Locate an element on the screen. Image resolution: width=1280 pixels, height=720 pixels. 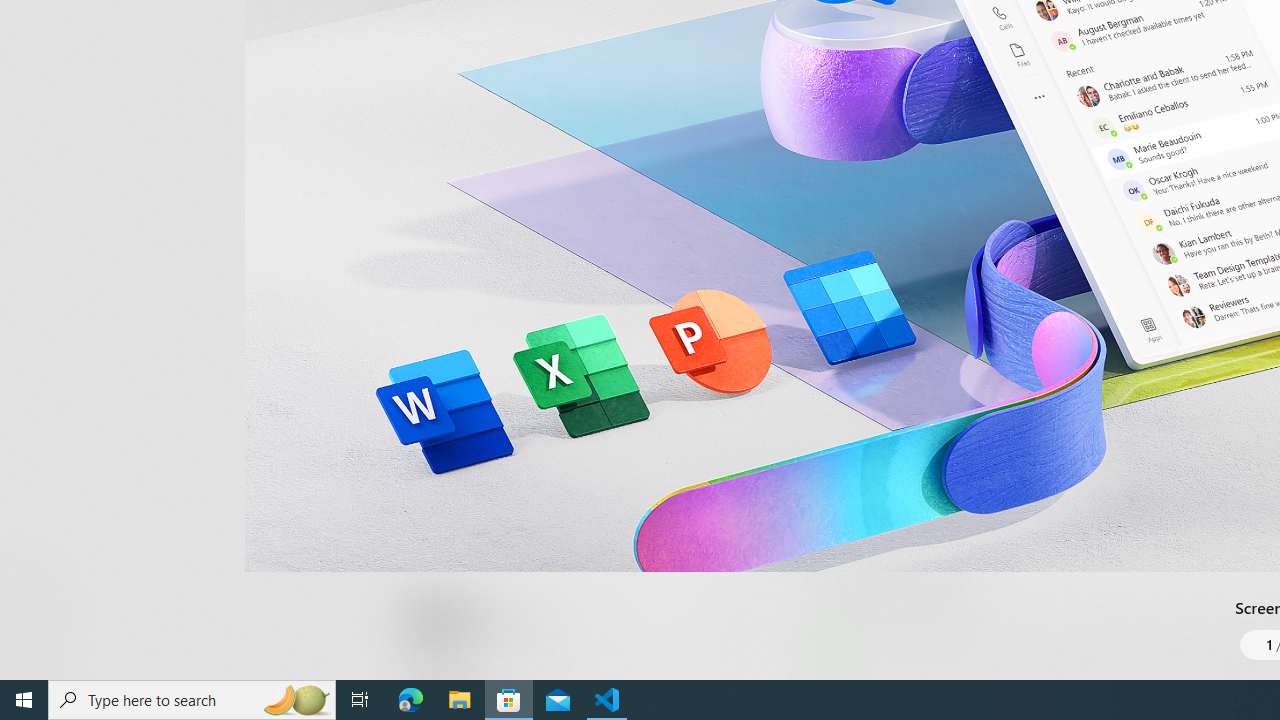
'Show all ratings and reviews' is located at coordinates (839, 207).